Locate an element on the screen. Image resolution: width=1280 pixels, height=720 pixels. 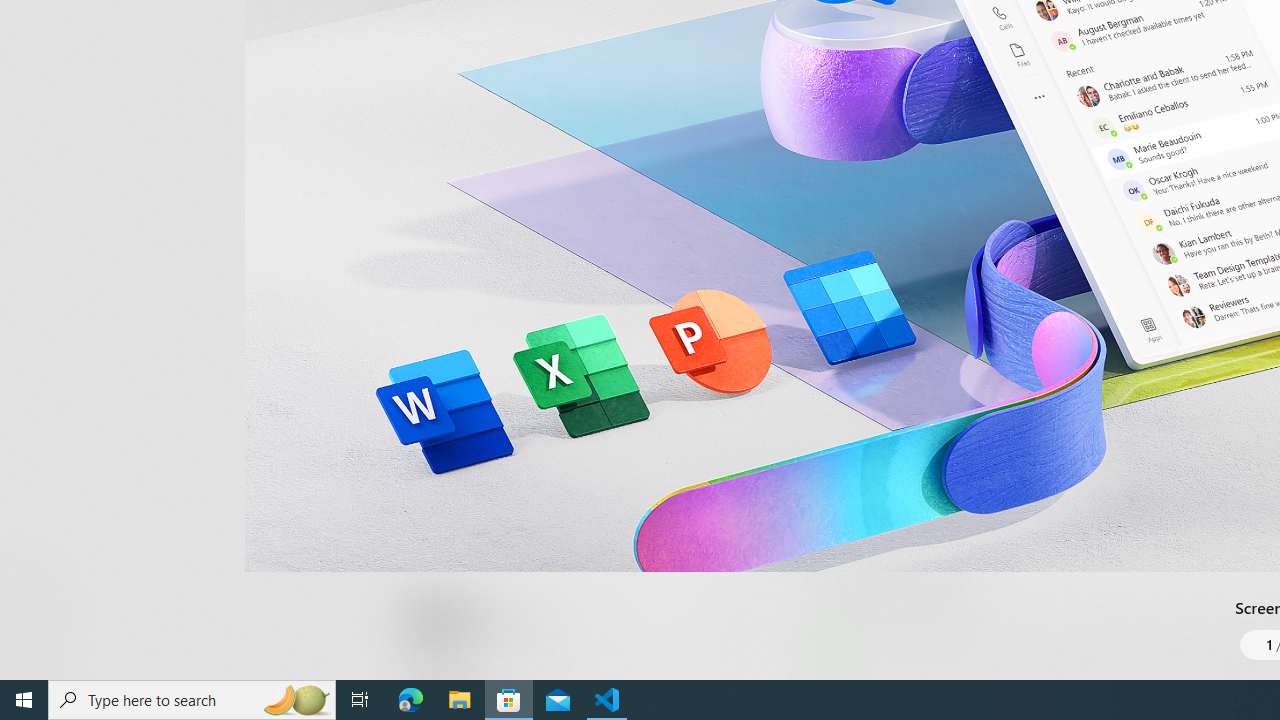
'Show all ratings and reviews' is located at coordinates (839, 207).